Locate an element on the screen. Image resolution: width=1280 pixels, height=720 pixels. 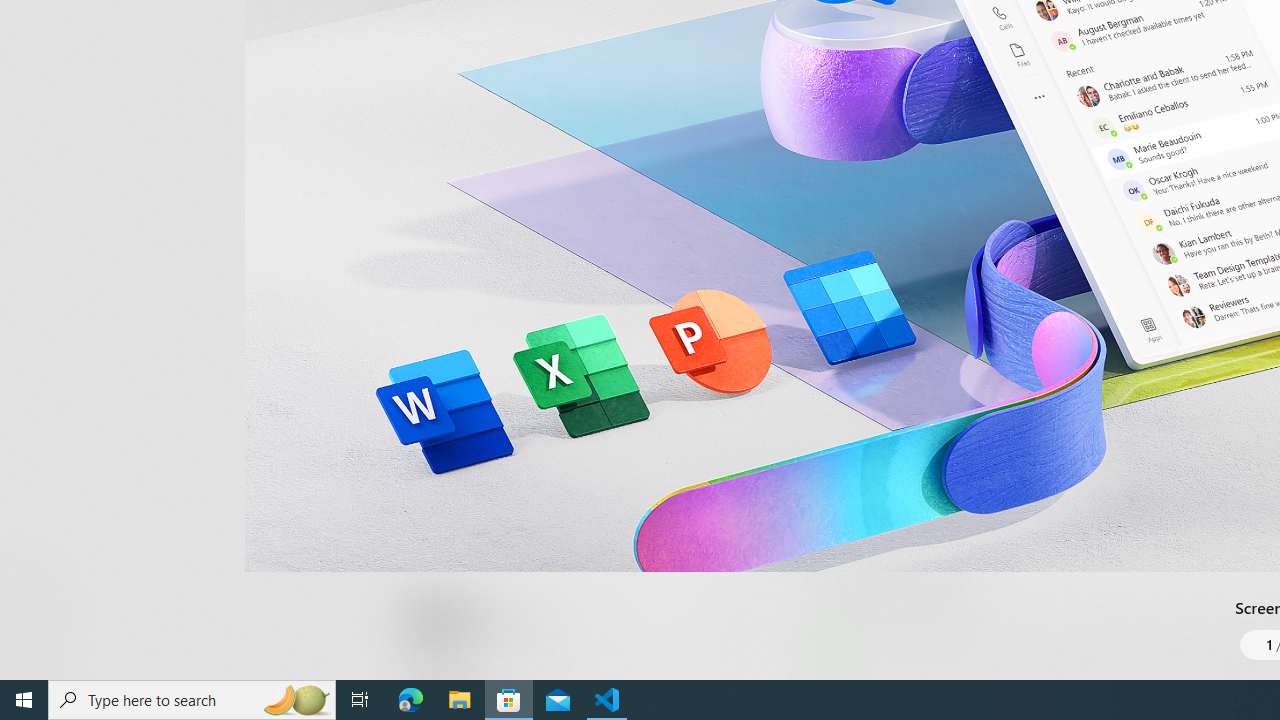
'Show all ratings and reviews' is located at coordinates (839, 207).